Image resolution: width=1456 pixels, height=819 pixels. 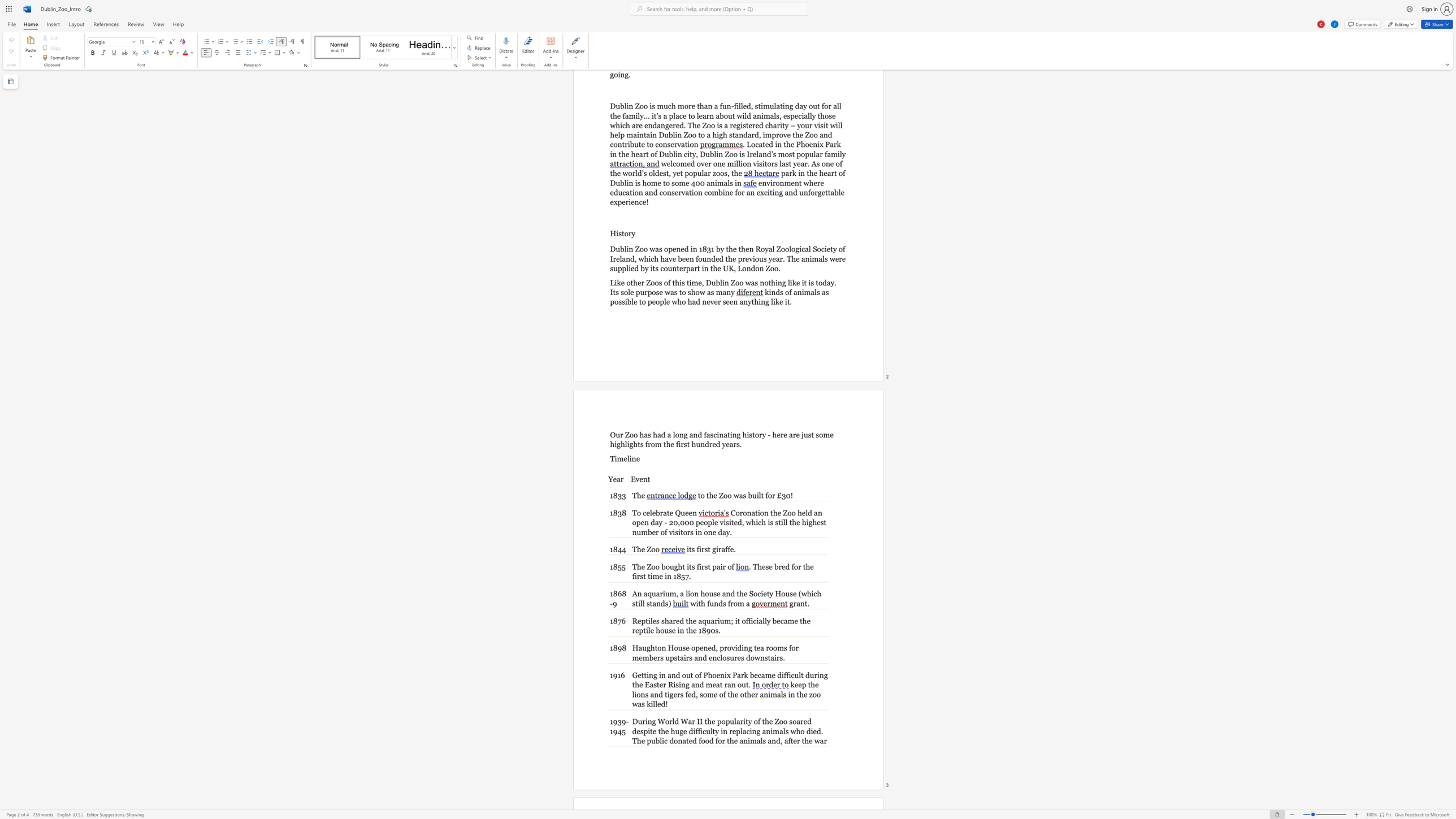 What do you see at coordinates (684, 513) in the screenshot?
I see `the subset text "ee" within the text "To celebrate Queen"` at bounding box center [684, 513].